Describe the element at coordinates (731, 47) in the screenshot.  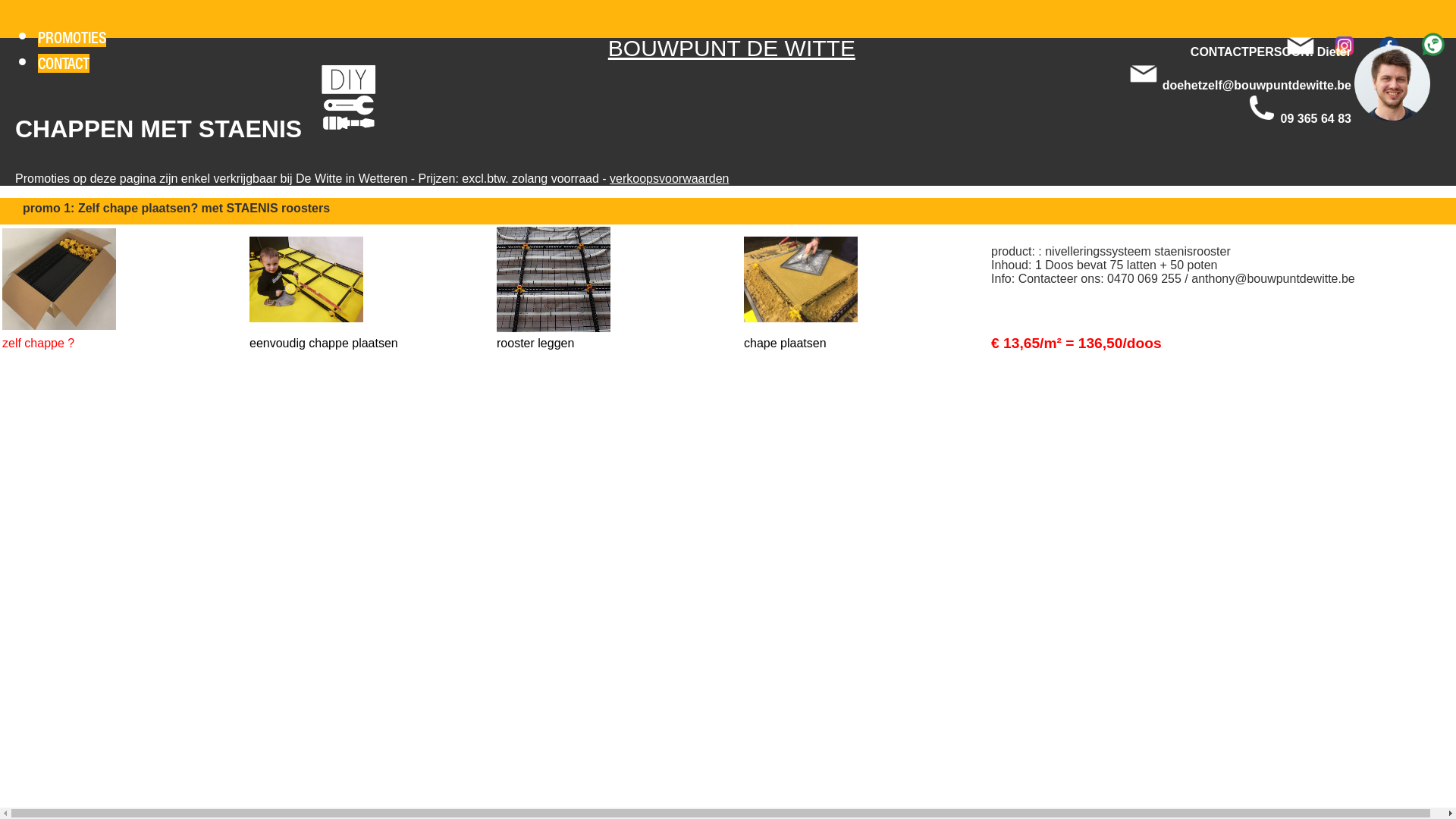
I see `'BOUWPUNT DE WITTE'` at that location.